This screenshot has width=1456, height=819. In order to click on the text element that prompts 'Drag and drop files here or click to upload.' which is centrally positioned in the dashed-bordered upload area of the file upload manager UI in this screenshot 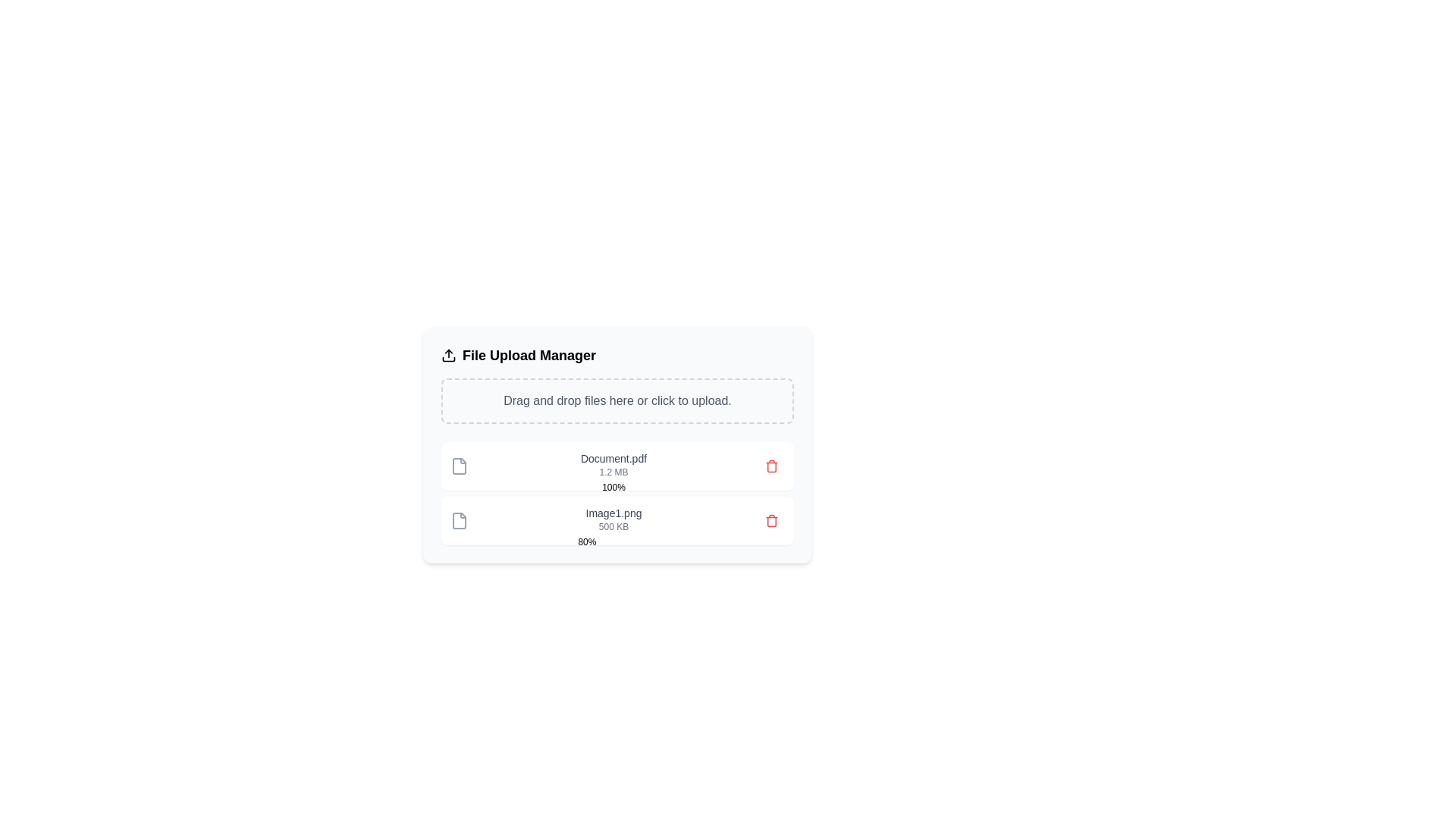, I will do `click(617, 400)`.